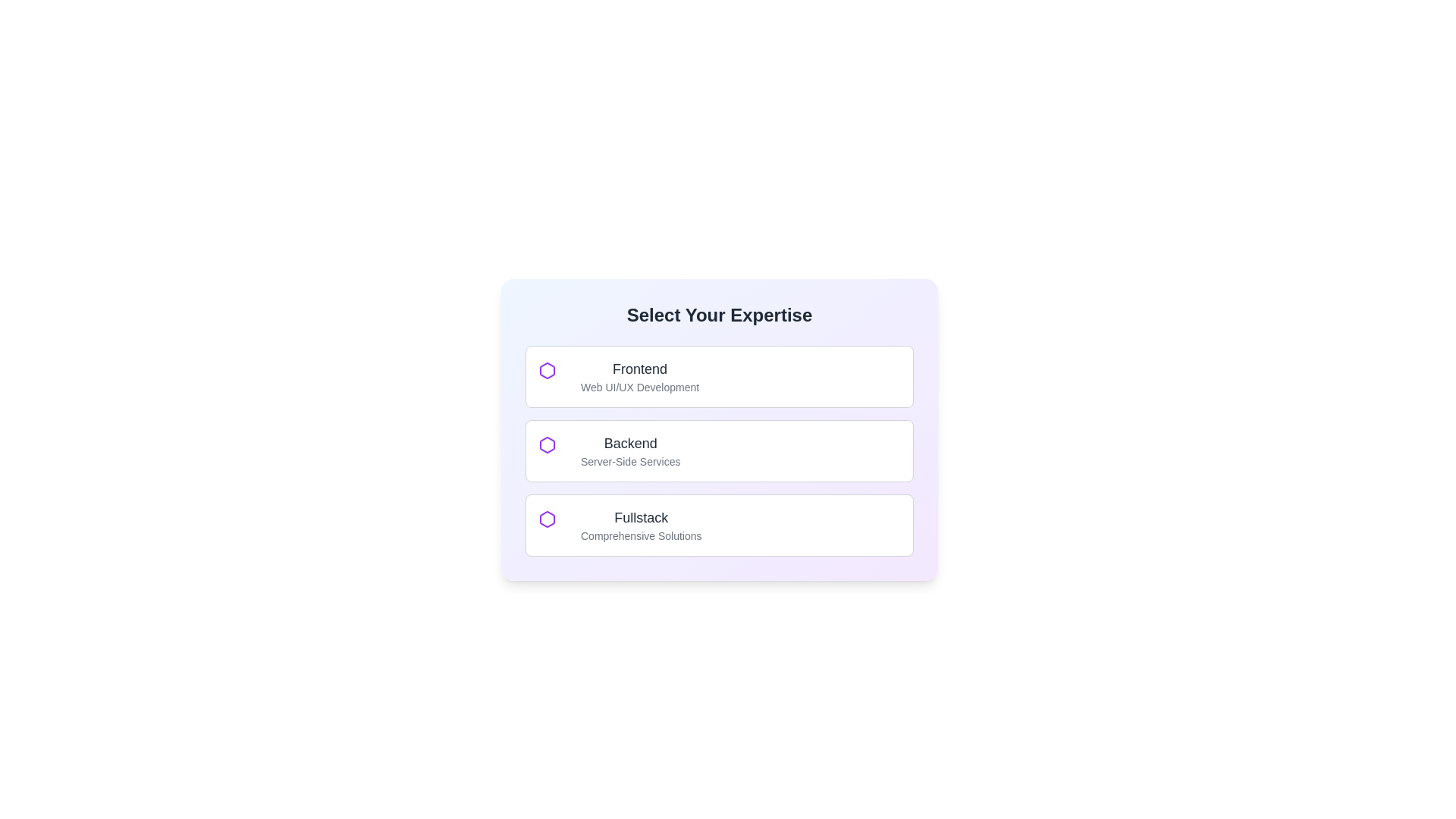 The image size is (1456, 819). I want to click on the second option card labeled 'Backend' in the 'Select Your Expertise' section, so click(719, 450).